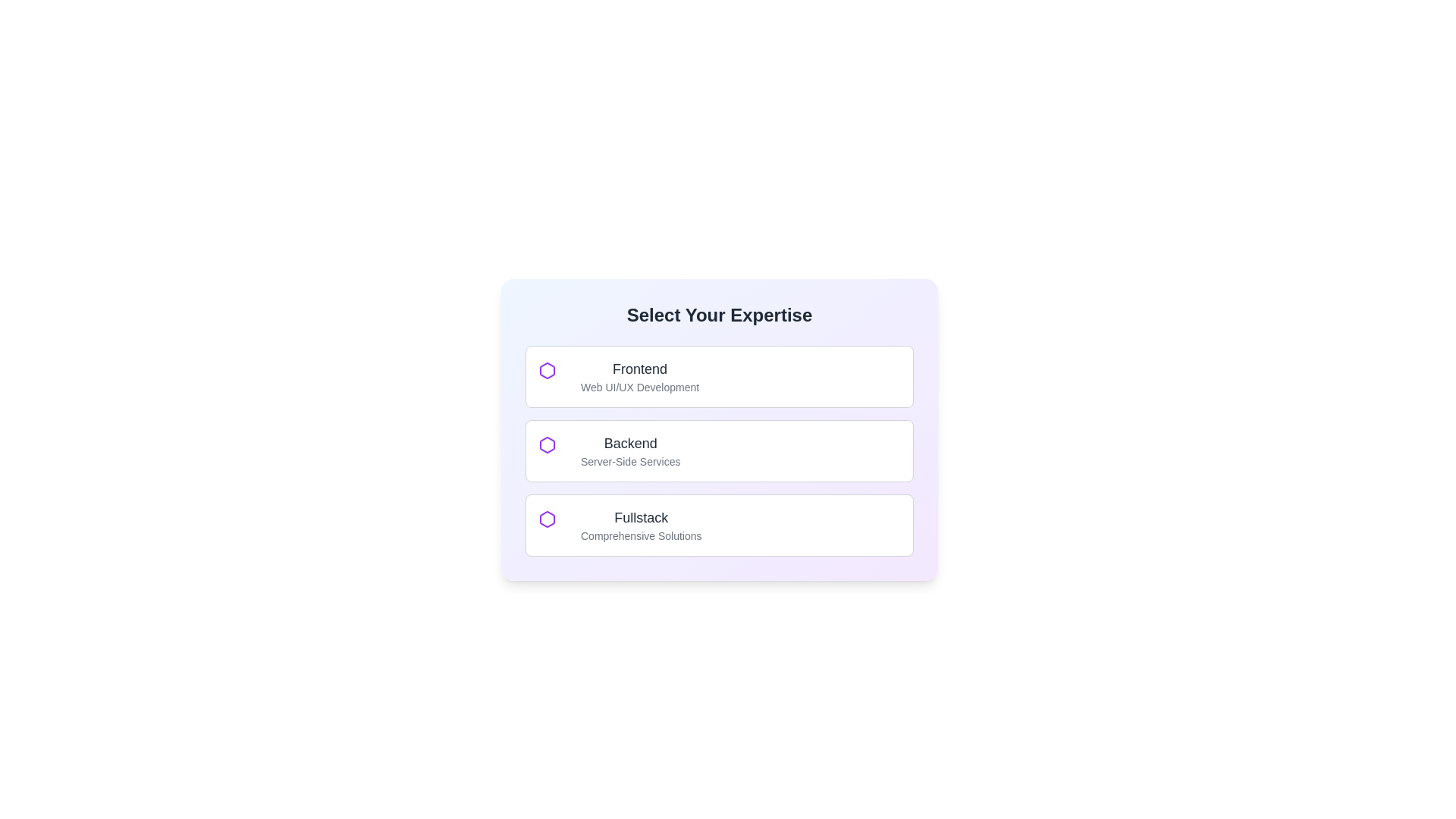 The image size is (1456, 819). I want to click on the second option card labeled 'Backend' in the 'Select Your Expertise' section, so click(719, 450).